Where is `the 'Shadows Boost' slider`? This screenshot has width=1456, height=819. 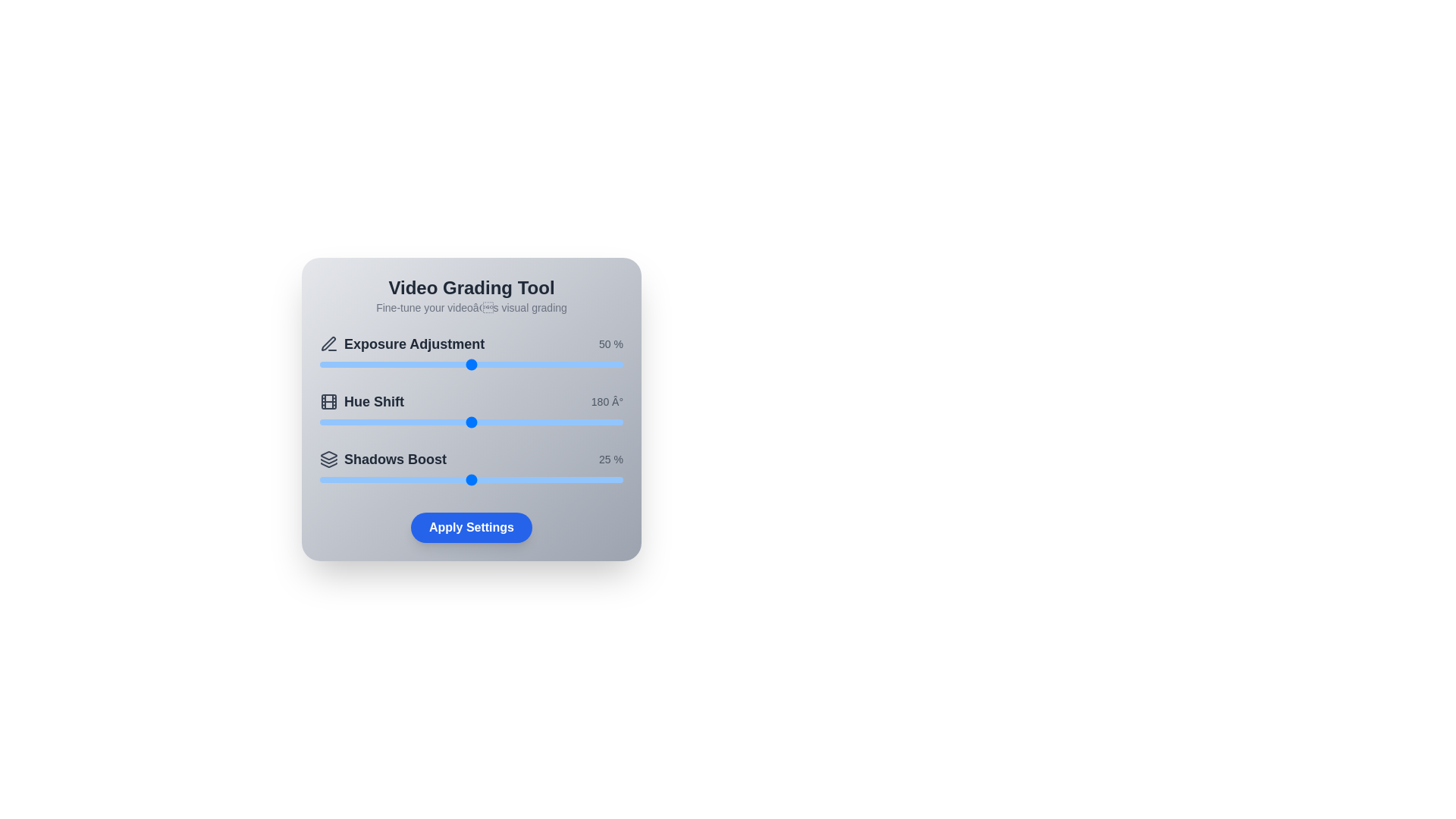
the 'Shadows Boost' slider is located at coordinates (617, 479).